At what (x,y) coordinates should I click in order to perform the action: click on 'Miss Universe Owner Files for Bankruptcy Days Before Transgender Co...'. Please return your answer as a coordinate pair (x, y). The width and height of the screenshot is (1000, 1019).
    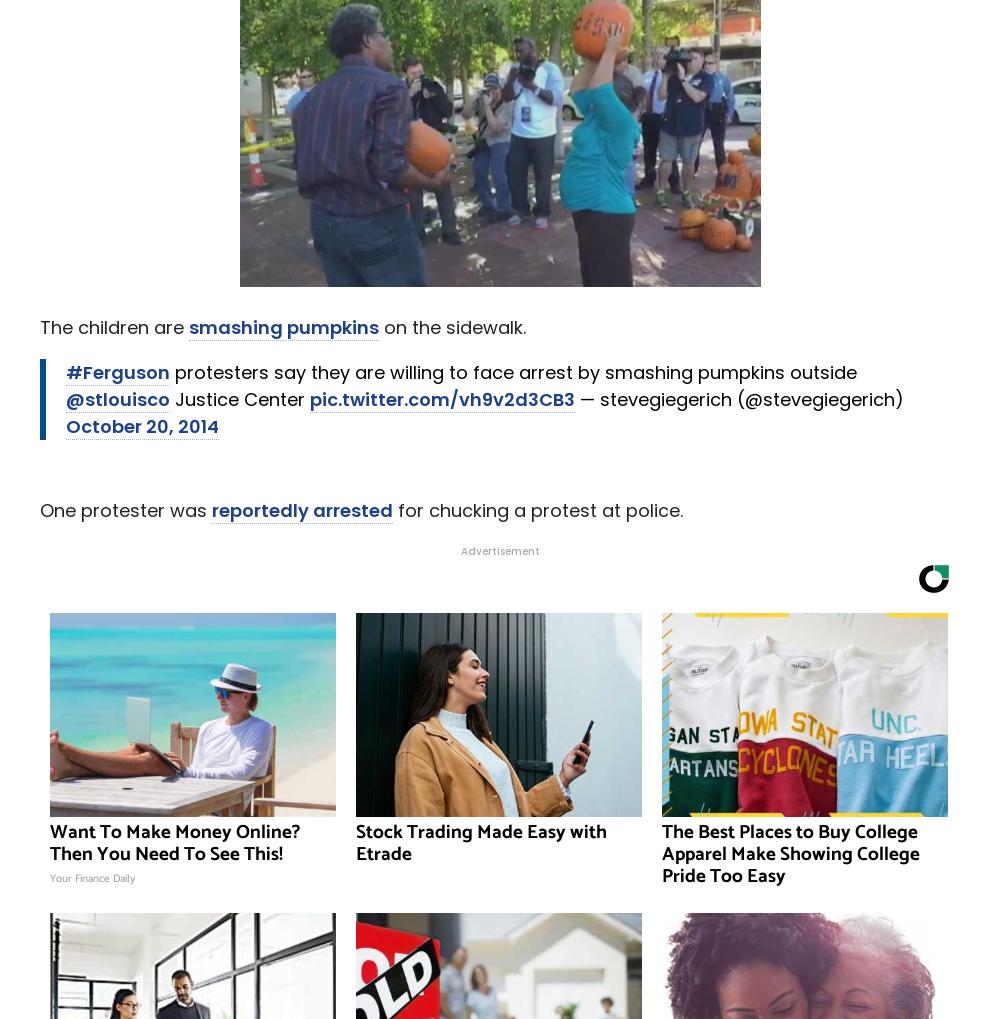
    Looking at the image, I should click on (380, 314).